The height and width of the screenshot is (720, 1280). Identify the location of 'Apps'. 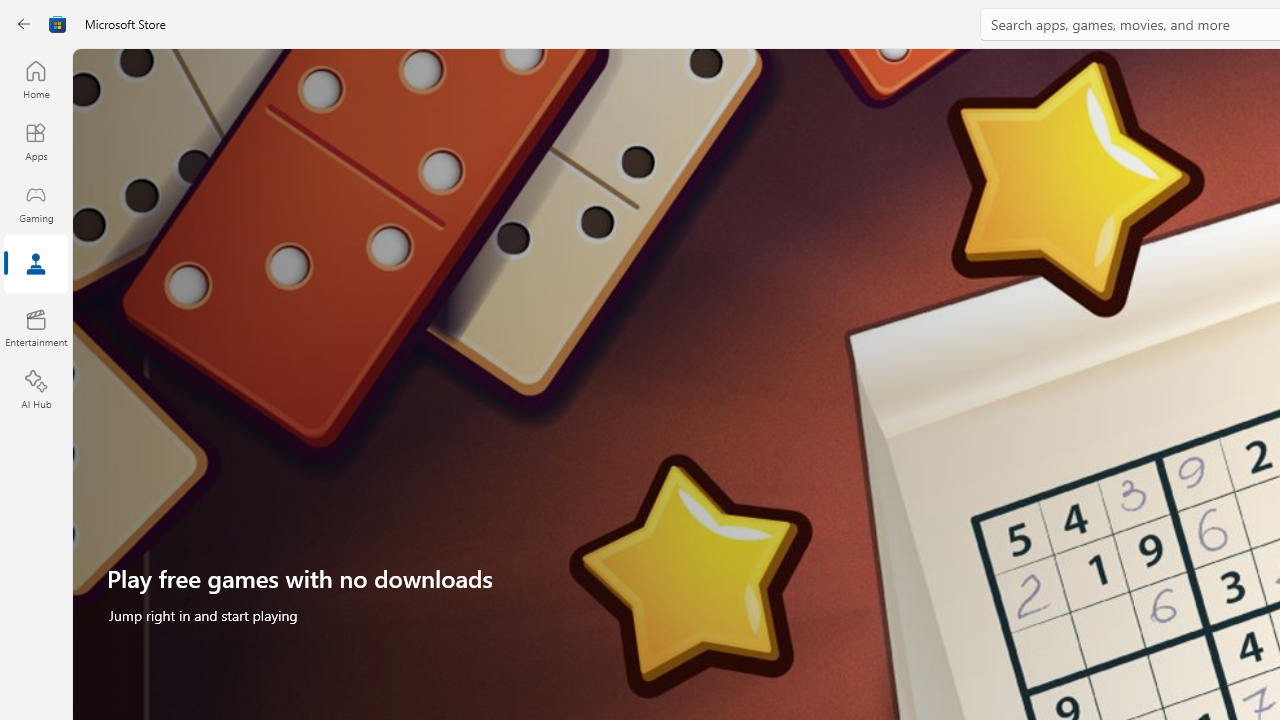
(35, 140).